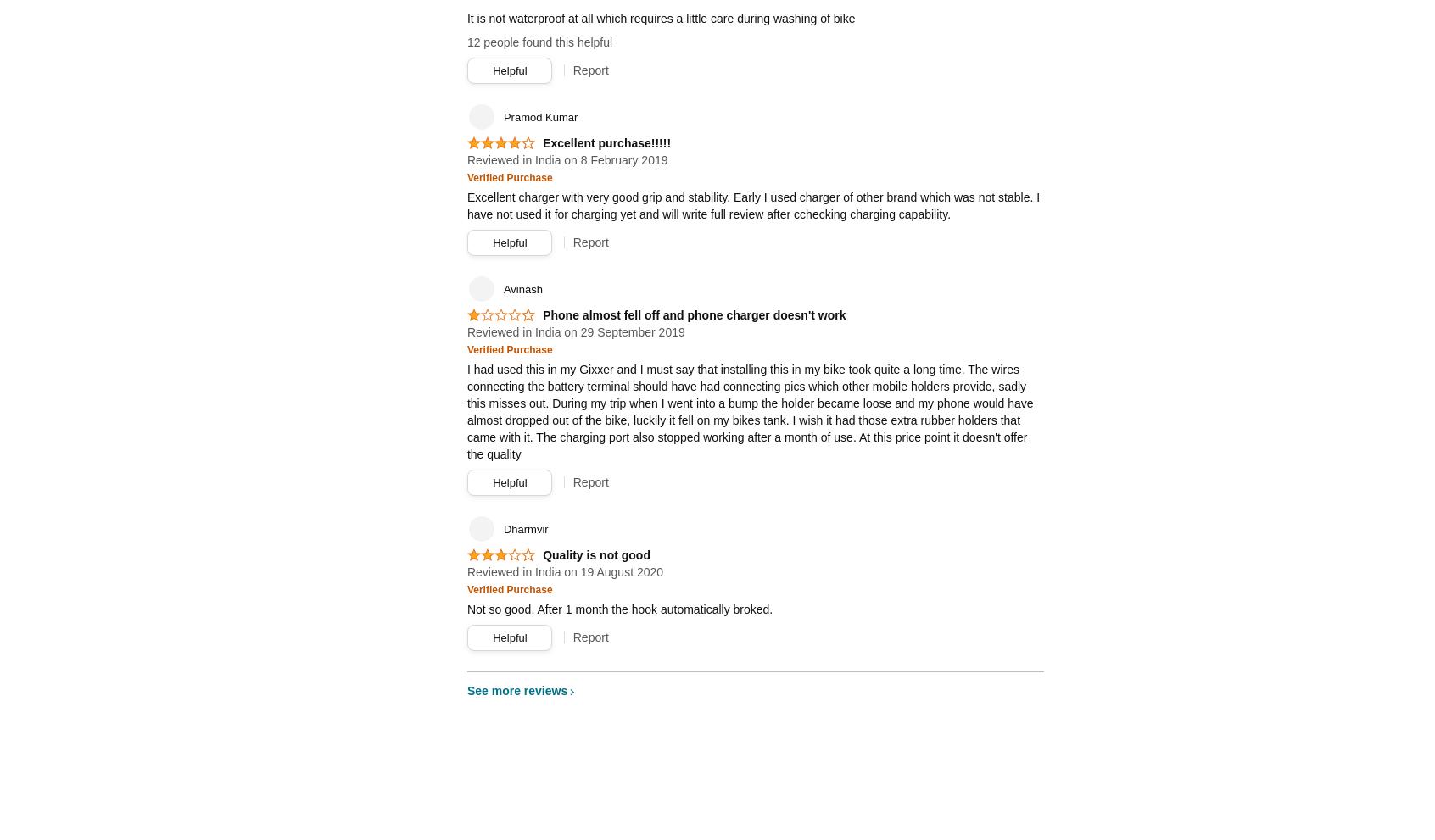  What do you see at coordinates (466, 689) in the screenshot?
I see `'See more reviews'` at bounding box center [466, 689].